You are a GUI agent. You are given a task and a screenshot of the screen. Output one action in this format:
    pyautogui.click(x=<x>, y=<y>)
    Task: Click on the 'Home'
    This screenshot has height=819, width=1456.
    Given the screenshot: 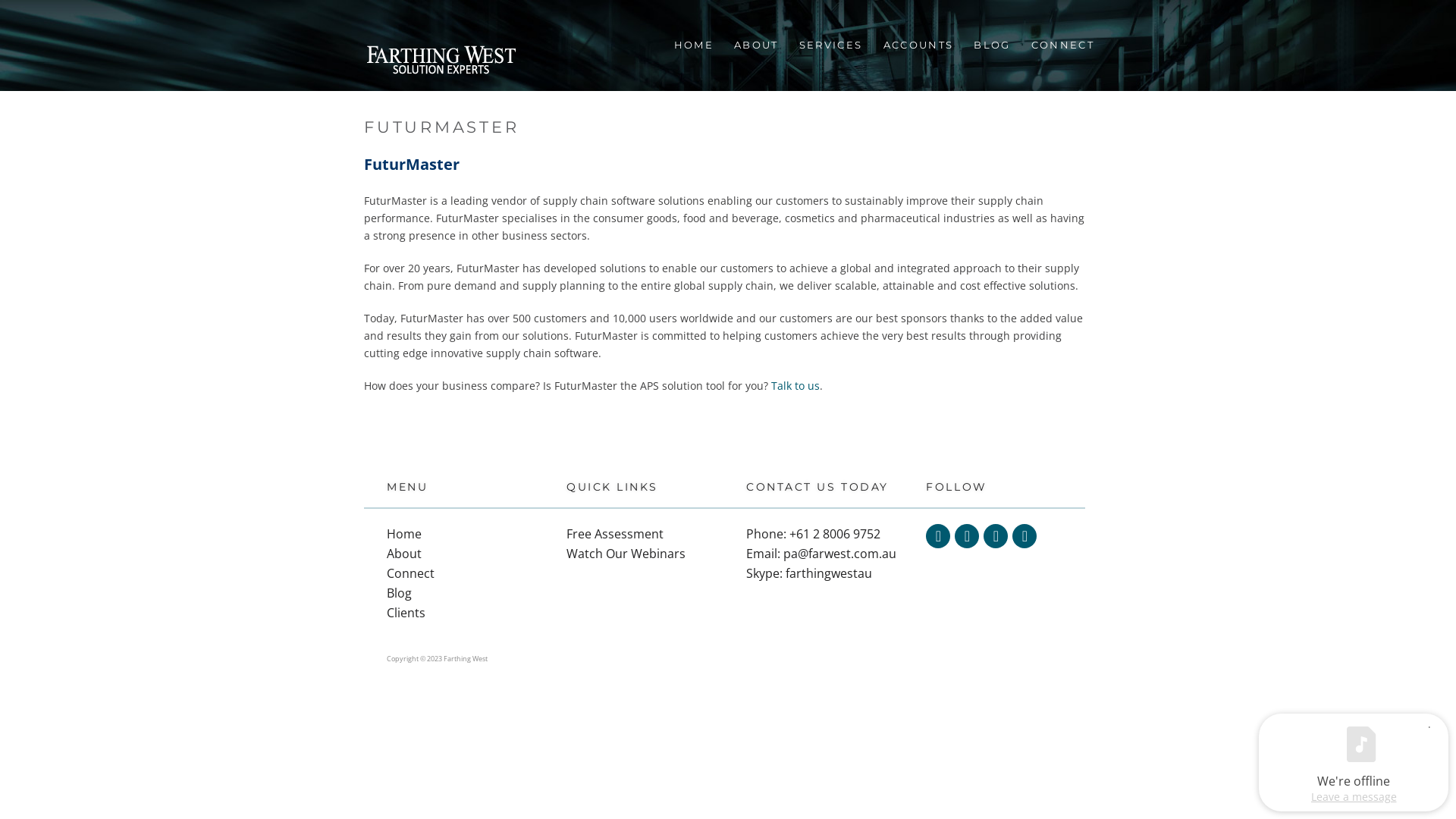 What is the action you would take?
    pyautogui.click(x=386, y=533)
    